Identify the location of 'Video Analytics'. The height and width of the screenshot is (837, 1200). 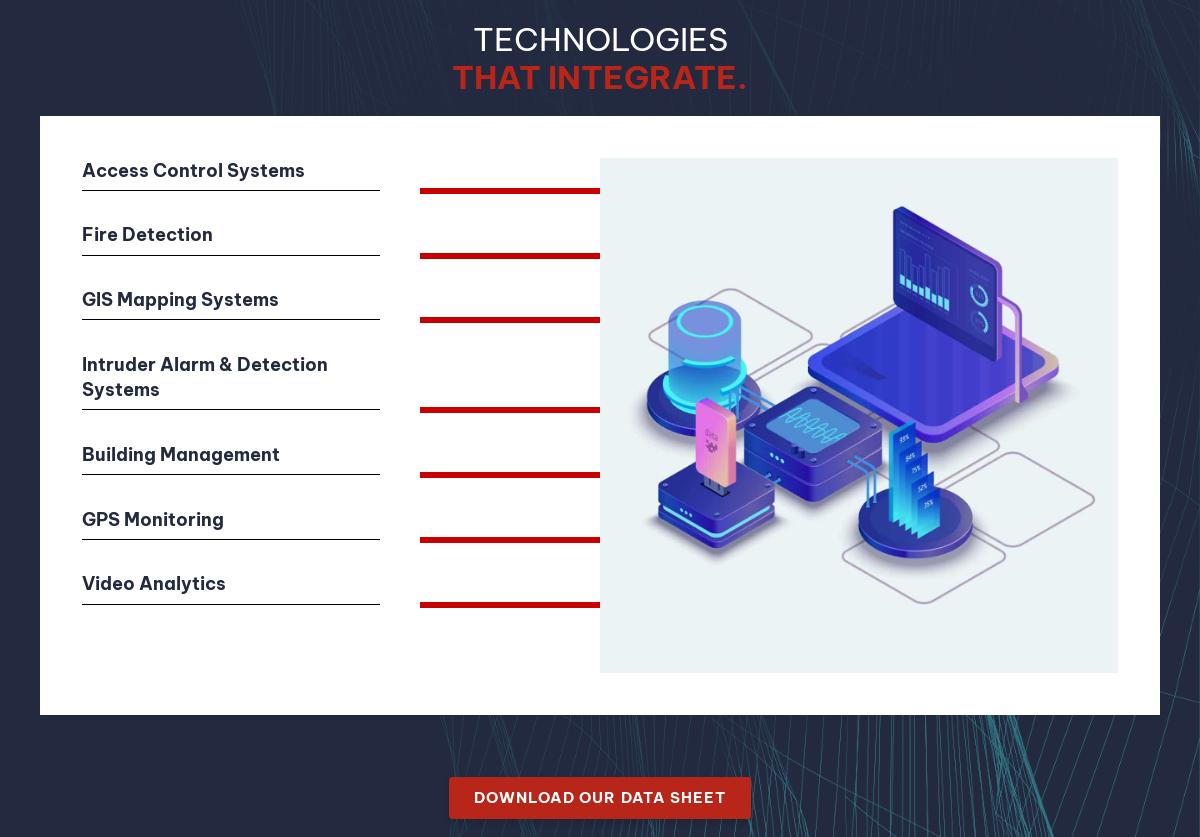
(152, 583).